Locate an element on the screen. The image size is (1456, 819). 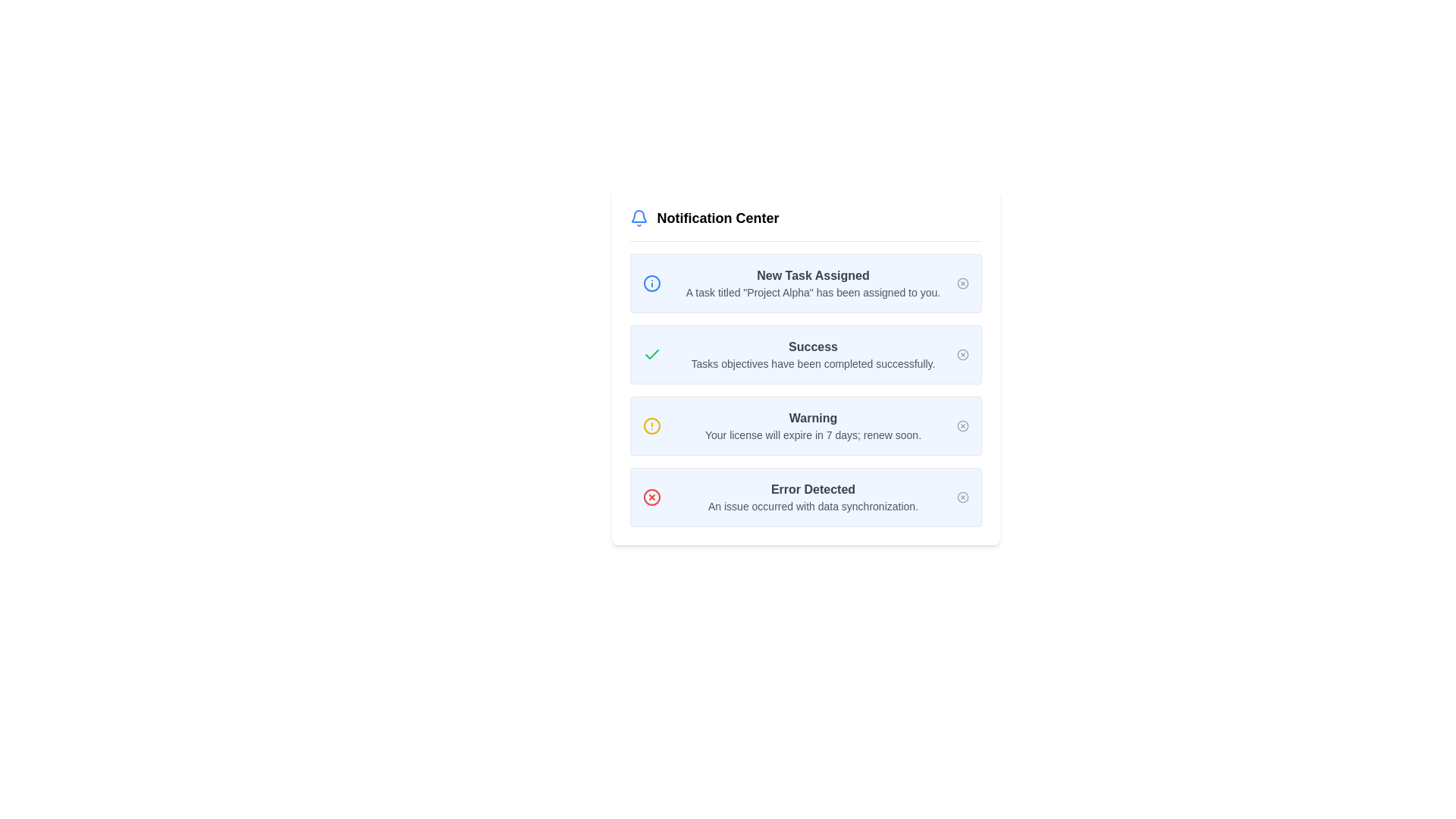
the informational text in the third notification card under the 'Warning' header that provides information about an upcoming license expiration is located at coordinates (812, 435).